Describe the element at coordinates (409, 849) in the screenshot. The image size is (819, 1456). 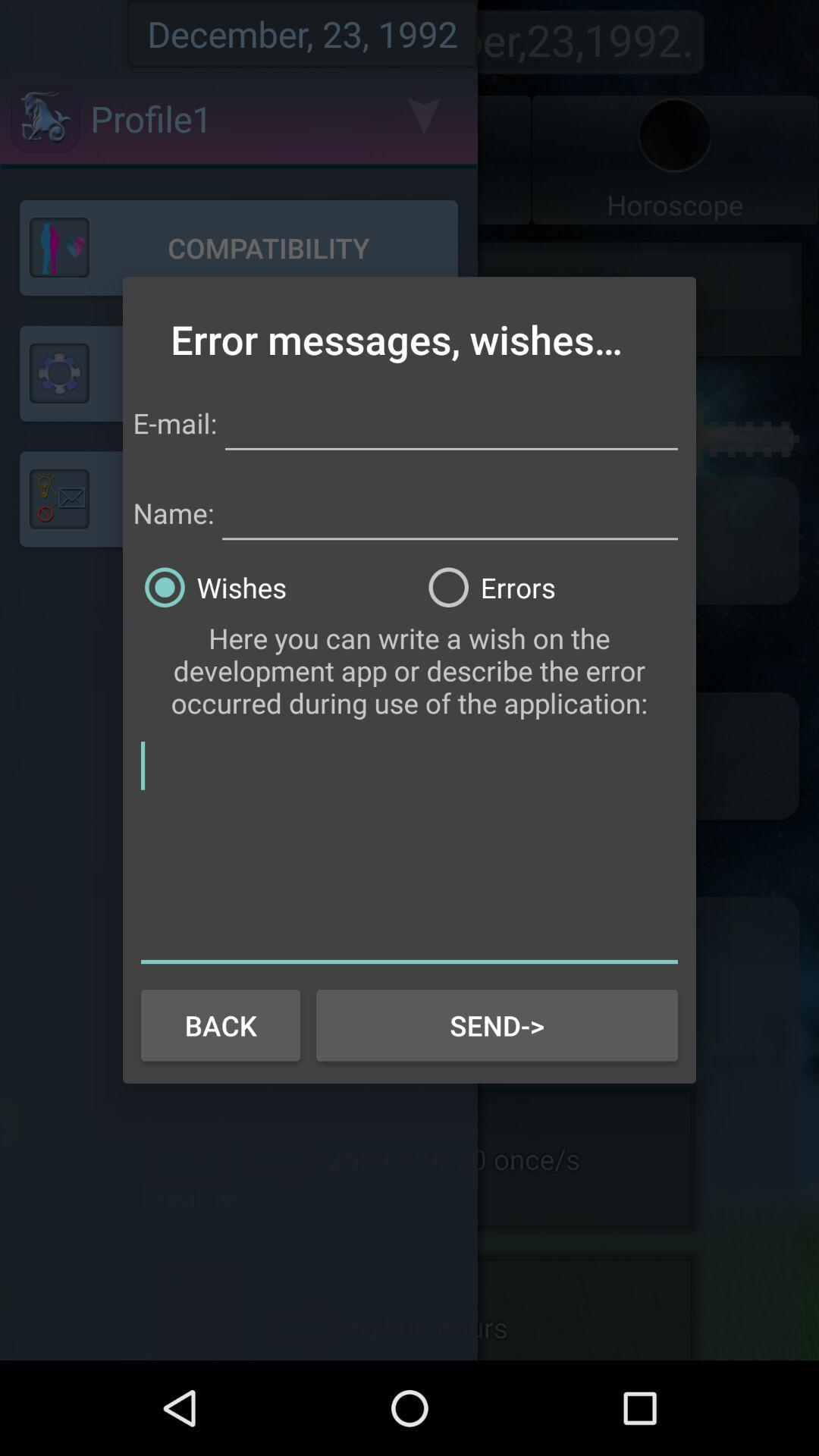
I see `text` at that location.